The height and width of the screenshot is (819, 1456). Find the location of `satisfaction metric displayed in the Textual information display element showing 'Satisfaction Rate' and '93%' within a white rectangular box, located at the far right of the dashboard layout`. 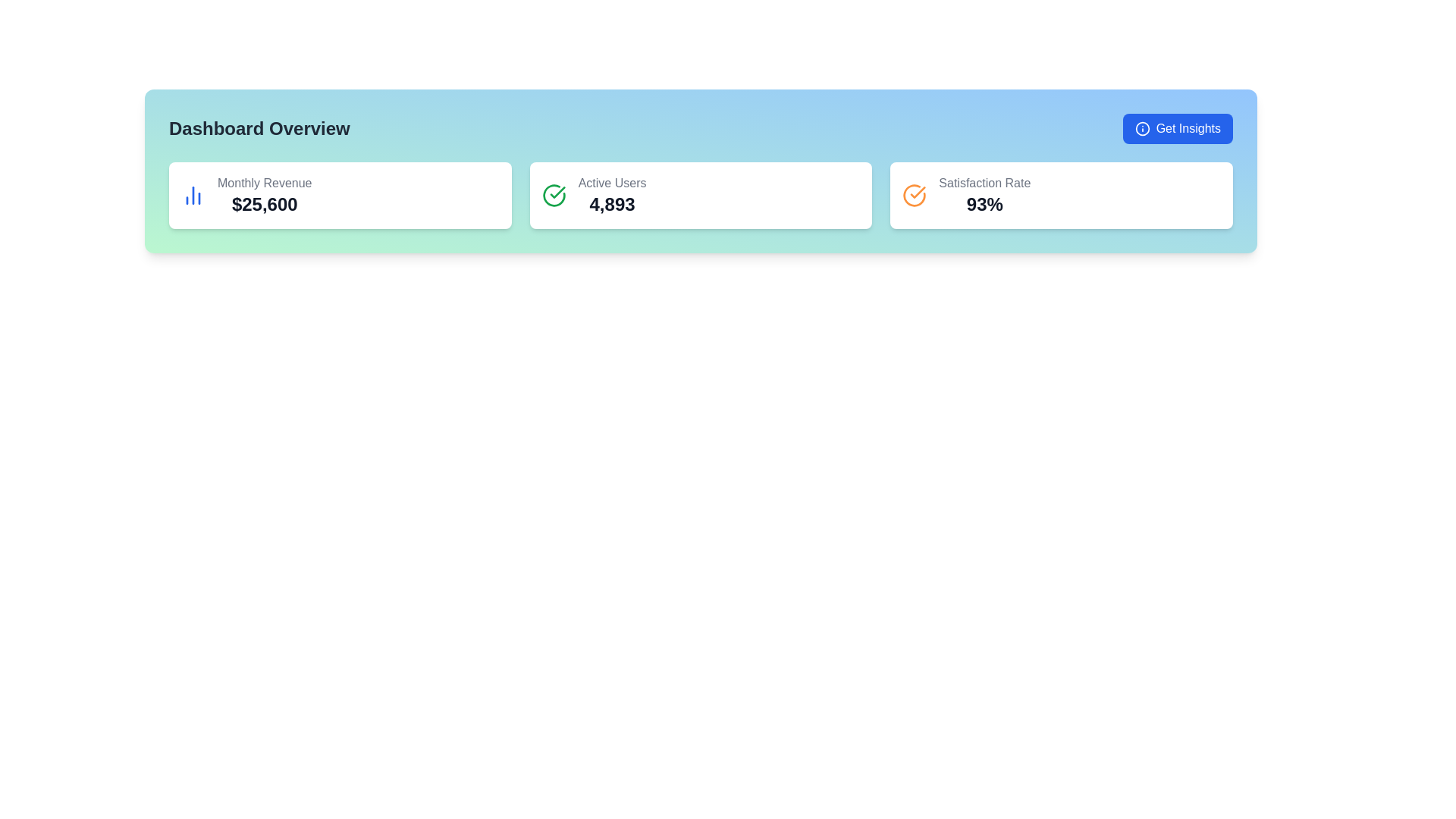

satisfaction metric displayed in the Textual information display element showing 'Satisfaction Rate' and '93%' within a white rectangular box, located at the far right of the dashboard layout is located at coordinates (984, 195).